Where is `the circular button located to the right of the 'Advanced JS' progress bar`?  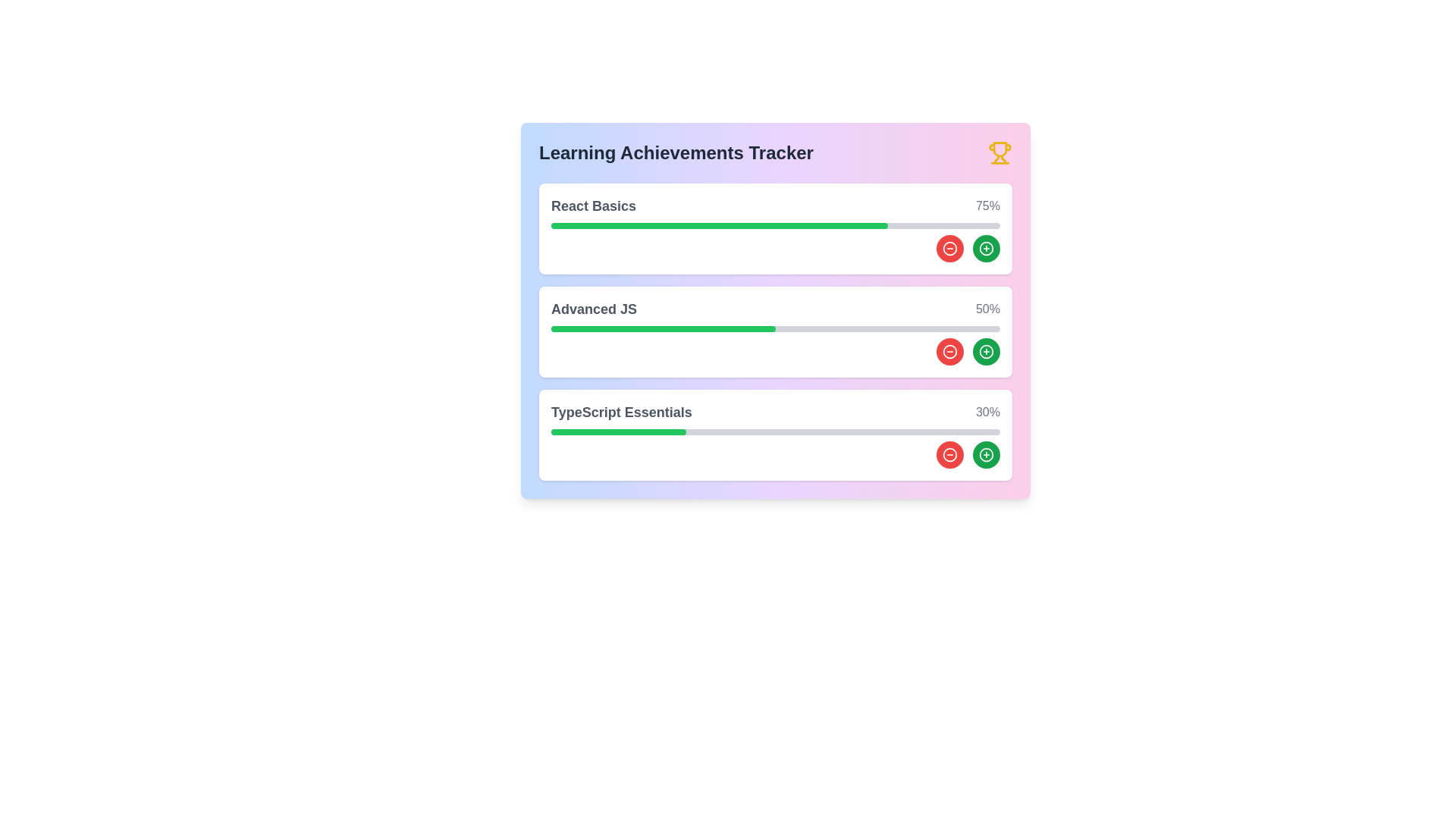 the circular button located to the right of the 'Advanced JS' progress bar is located at coordinates (986, 351).